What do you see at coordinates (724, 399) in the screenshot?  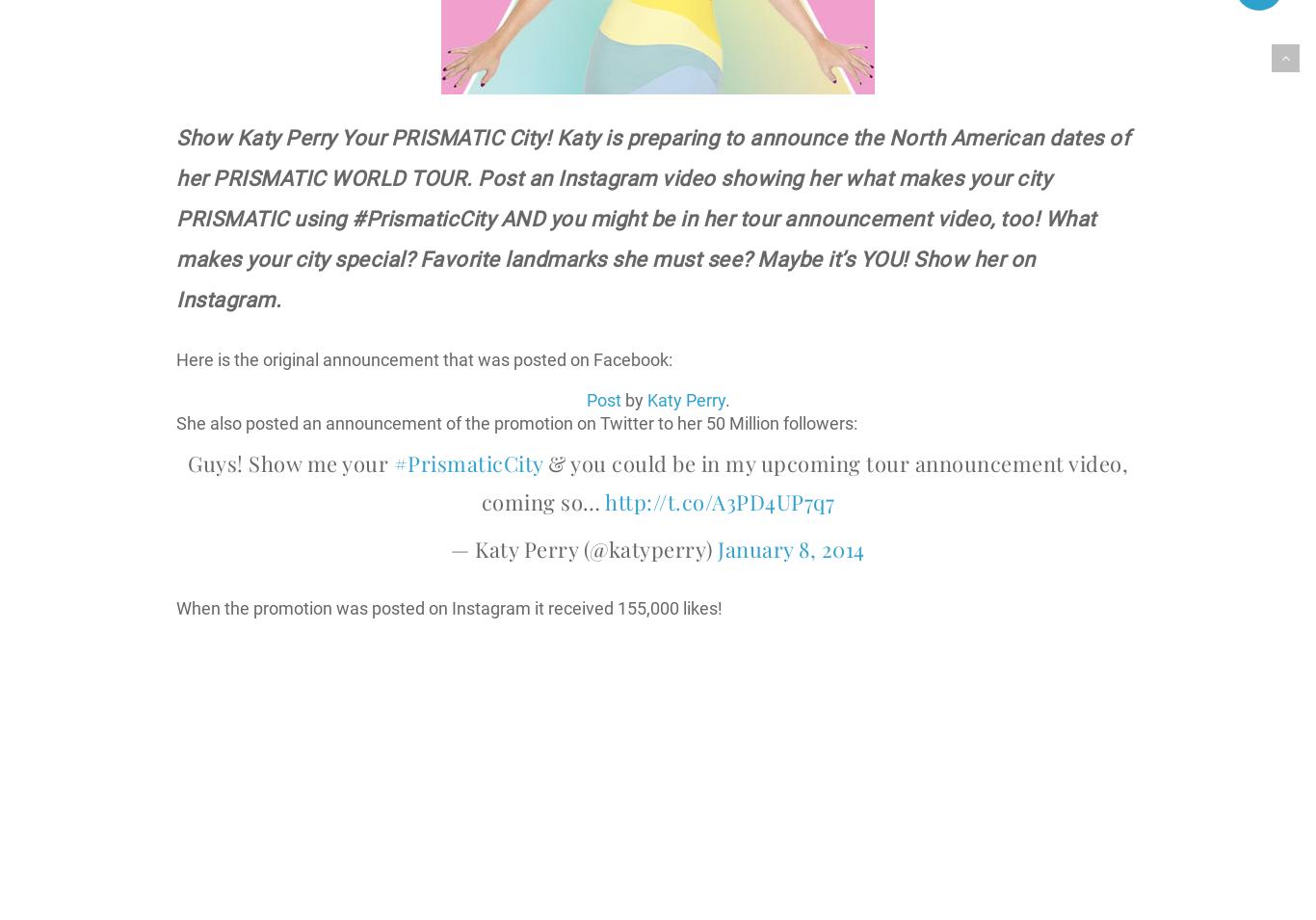 I see `'.'` at bounding box center [724, 399].